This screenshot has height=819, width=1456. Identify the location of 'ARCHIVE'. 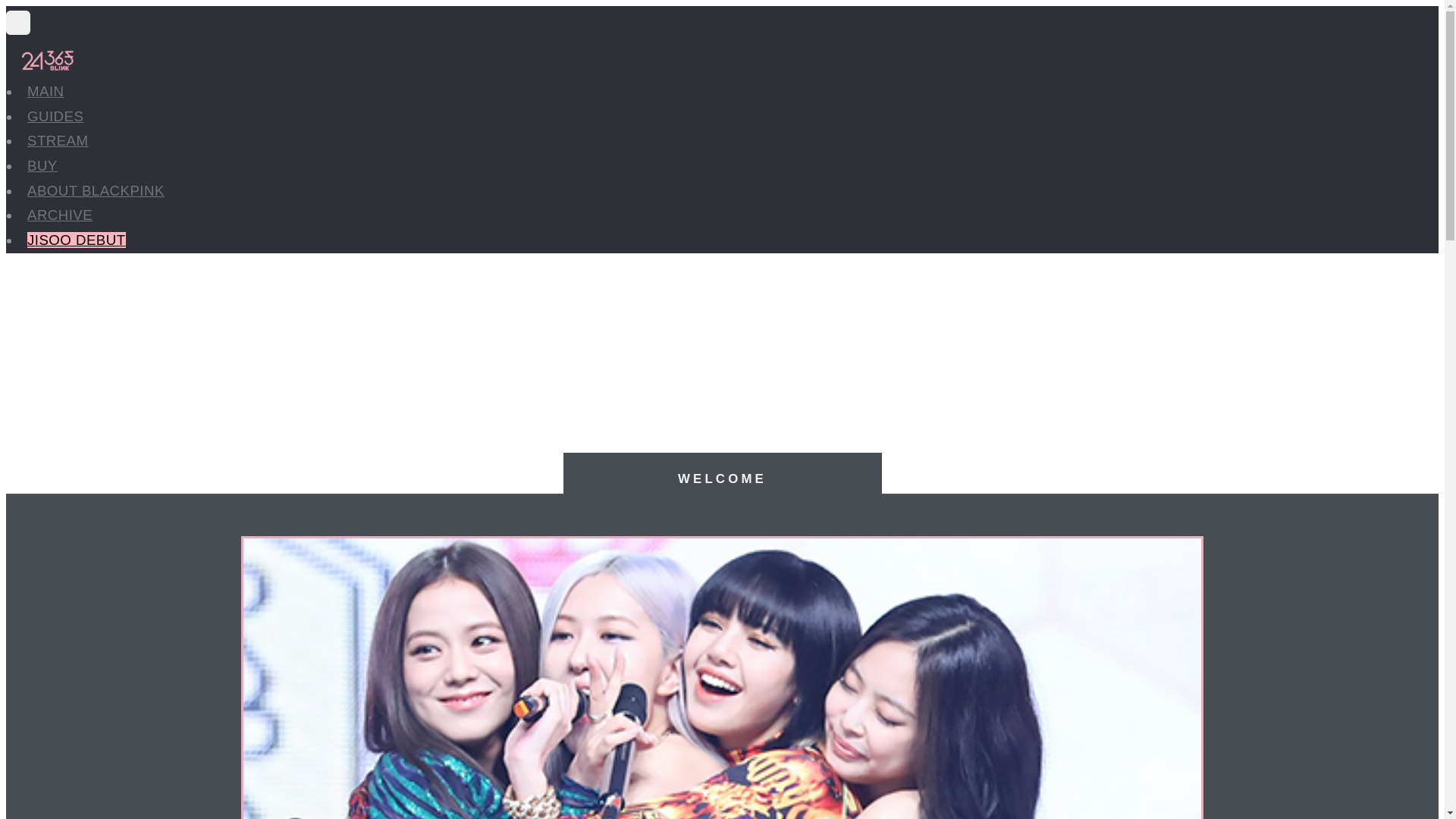
(59, 215).